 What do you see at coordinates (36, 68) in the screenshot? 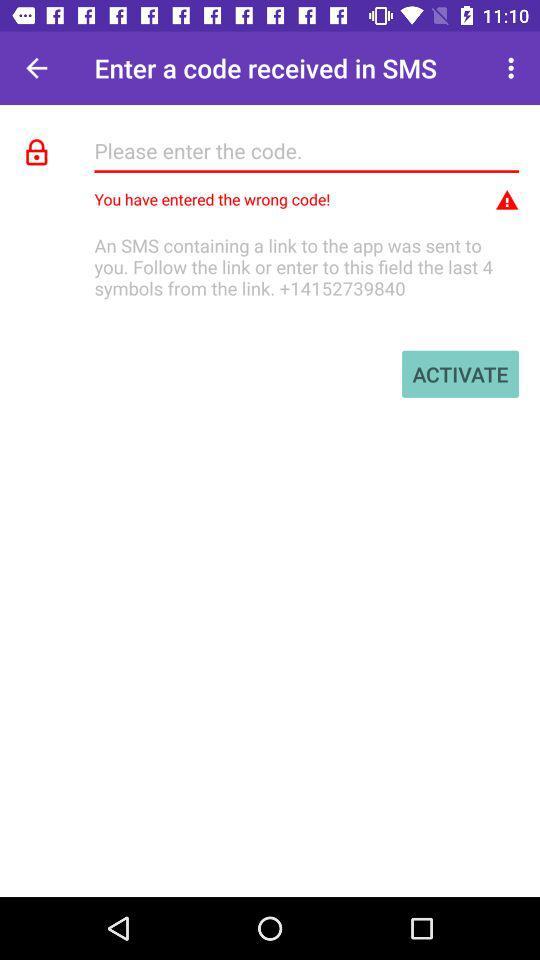
I see `previous` at bounding box center [36, 68].